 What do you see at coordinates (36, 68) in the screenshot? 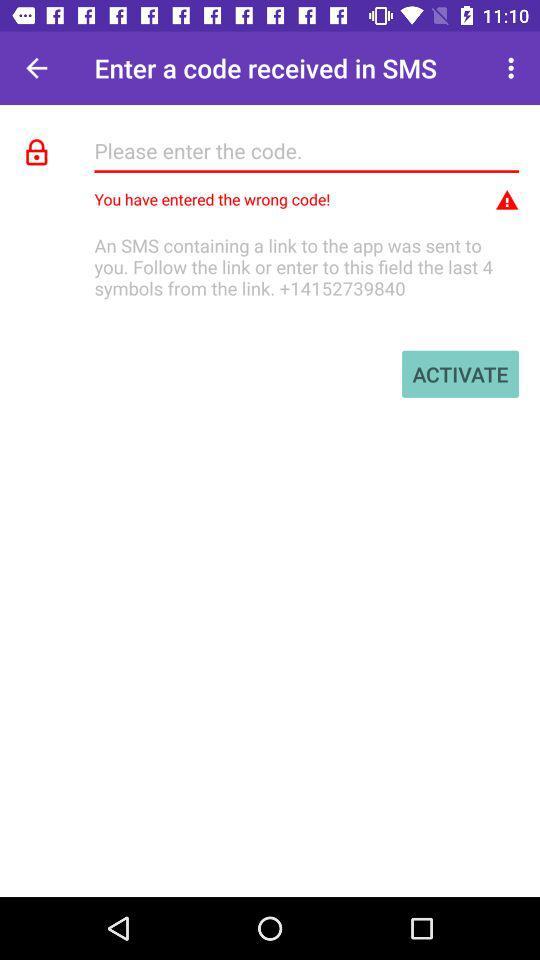
I see `previous` at bounding box center [36, 68].